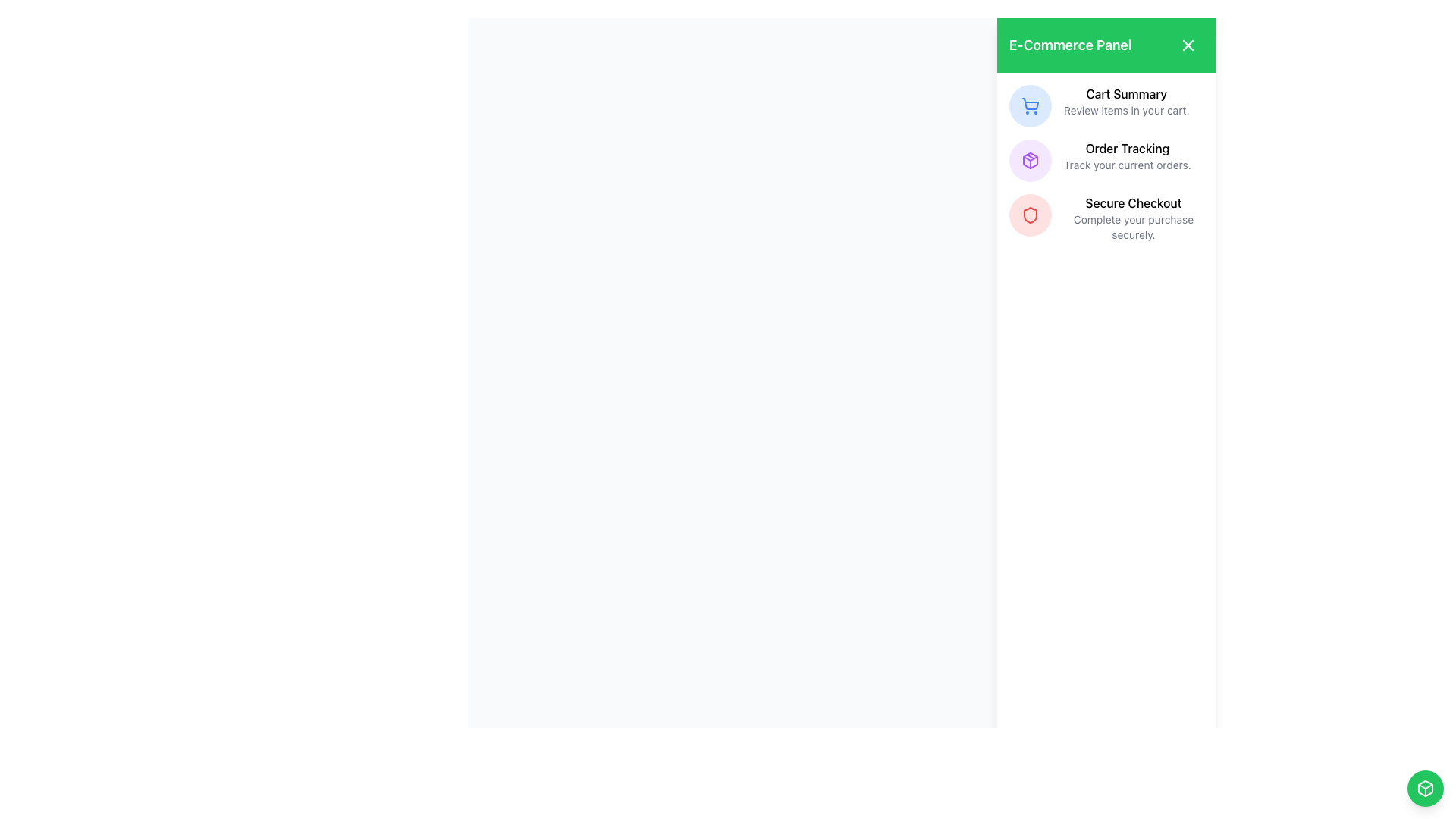 This screenshot has width=1456, height=819. What do you see at coordinates (1187, 45) in the screenshot?
I see `the 'X' icon in the top-right corner of the green header bar of the 'E-Commerce Panel'` at bounding box center [1187, 45].